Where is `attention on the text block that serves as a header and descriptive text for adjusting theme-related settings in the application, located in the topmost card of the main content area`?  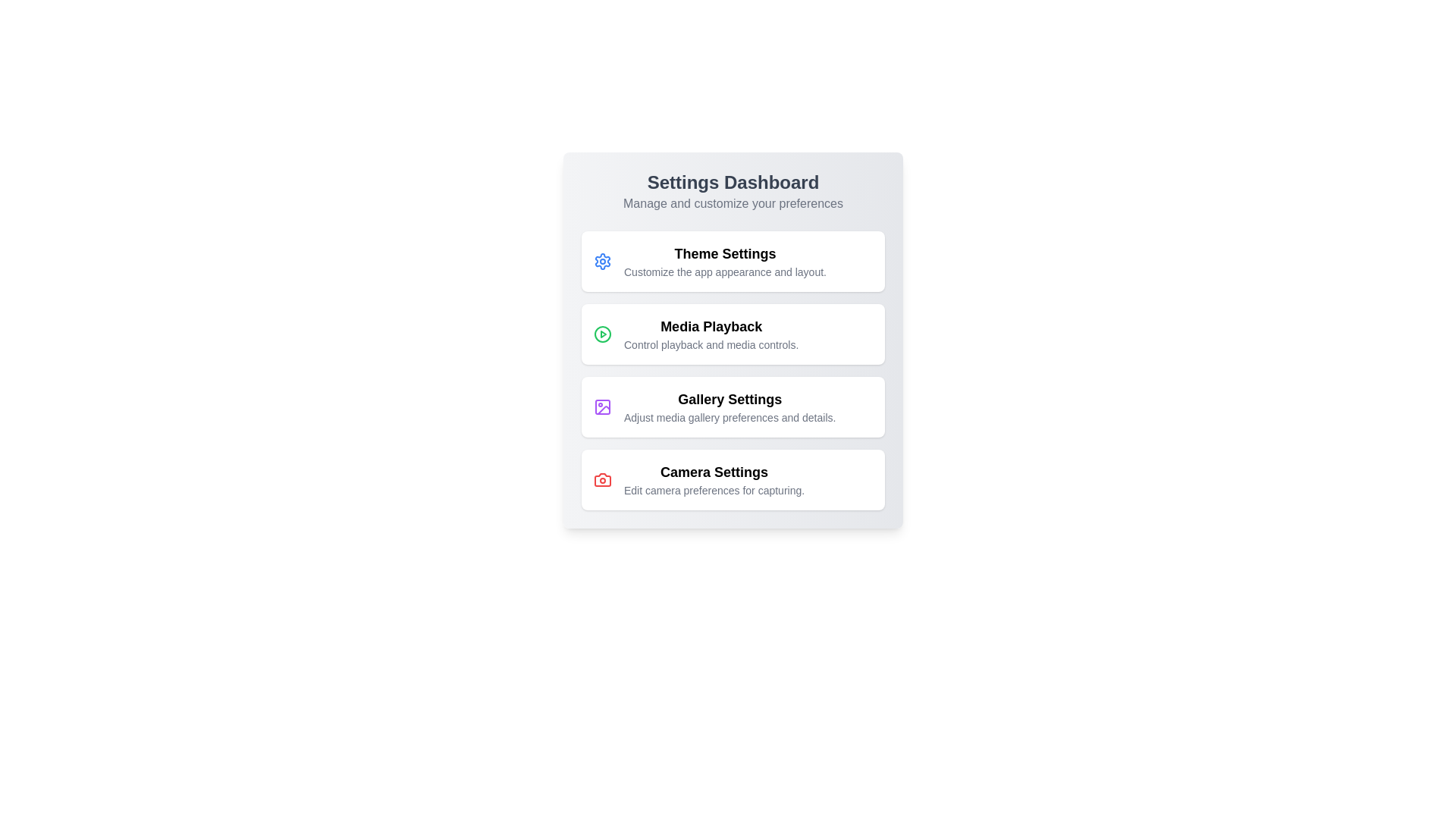 attention on the text block that serves as a header and descriptive text for adjusting theme-related settings in the application, located in the topmost card of the main content area is located at coordinates (724, 260).